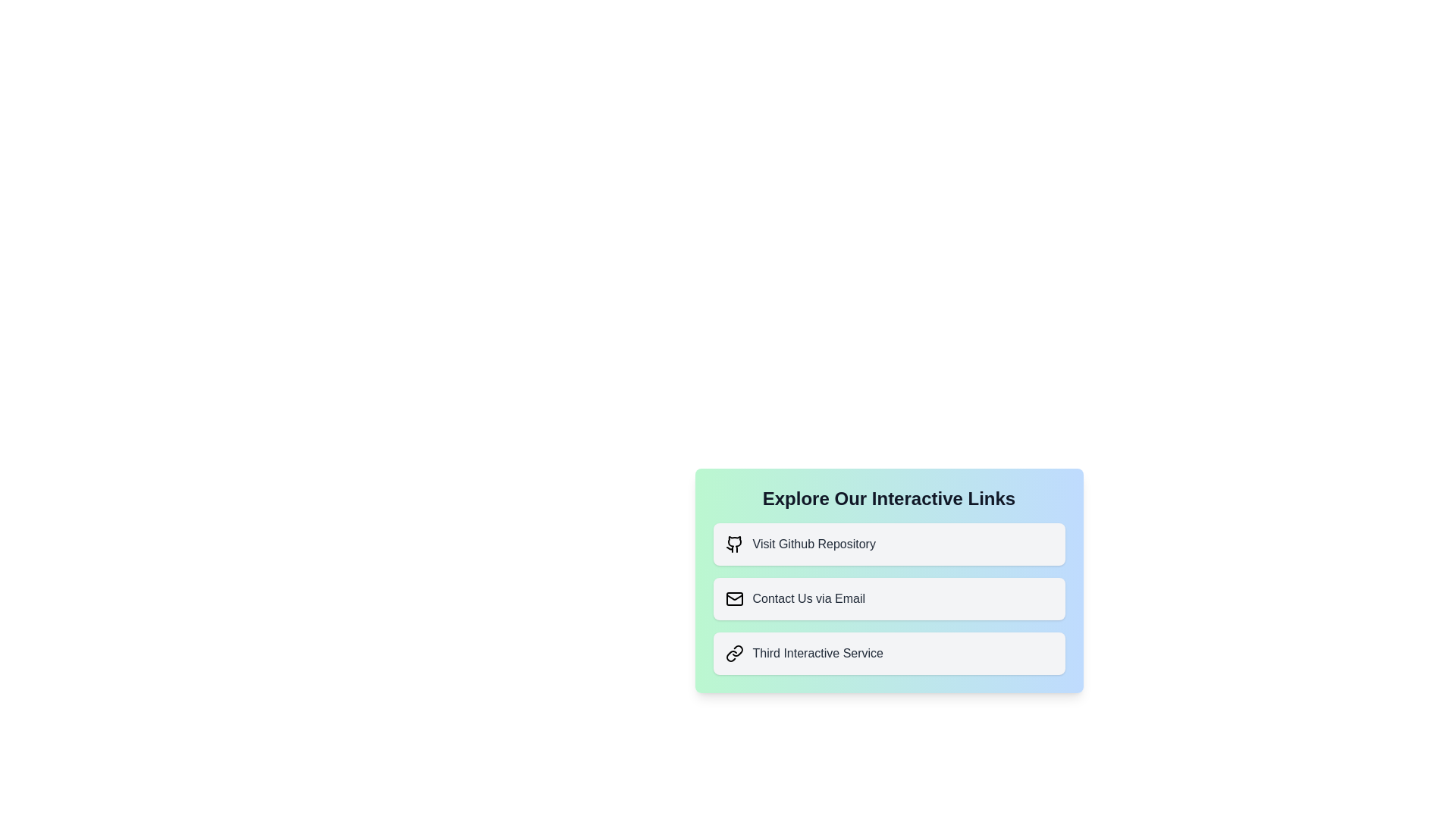 The image size is (1456, 819). Describe the element at coordinates (734, 652) in the screenshot. I see `the chain link icon located in the lower right section of the 'Explore Our Interactive Links' card, which represents the 'Third Interactive Service'` at that location.